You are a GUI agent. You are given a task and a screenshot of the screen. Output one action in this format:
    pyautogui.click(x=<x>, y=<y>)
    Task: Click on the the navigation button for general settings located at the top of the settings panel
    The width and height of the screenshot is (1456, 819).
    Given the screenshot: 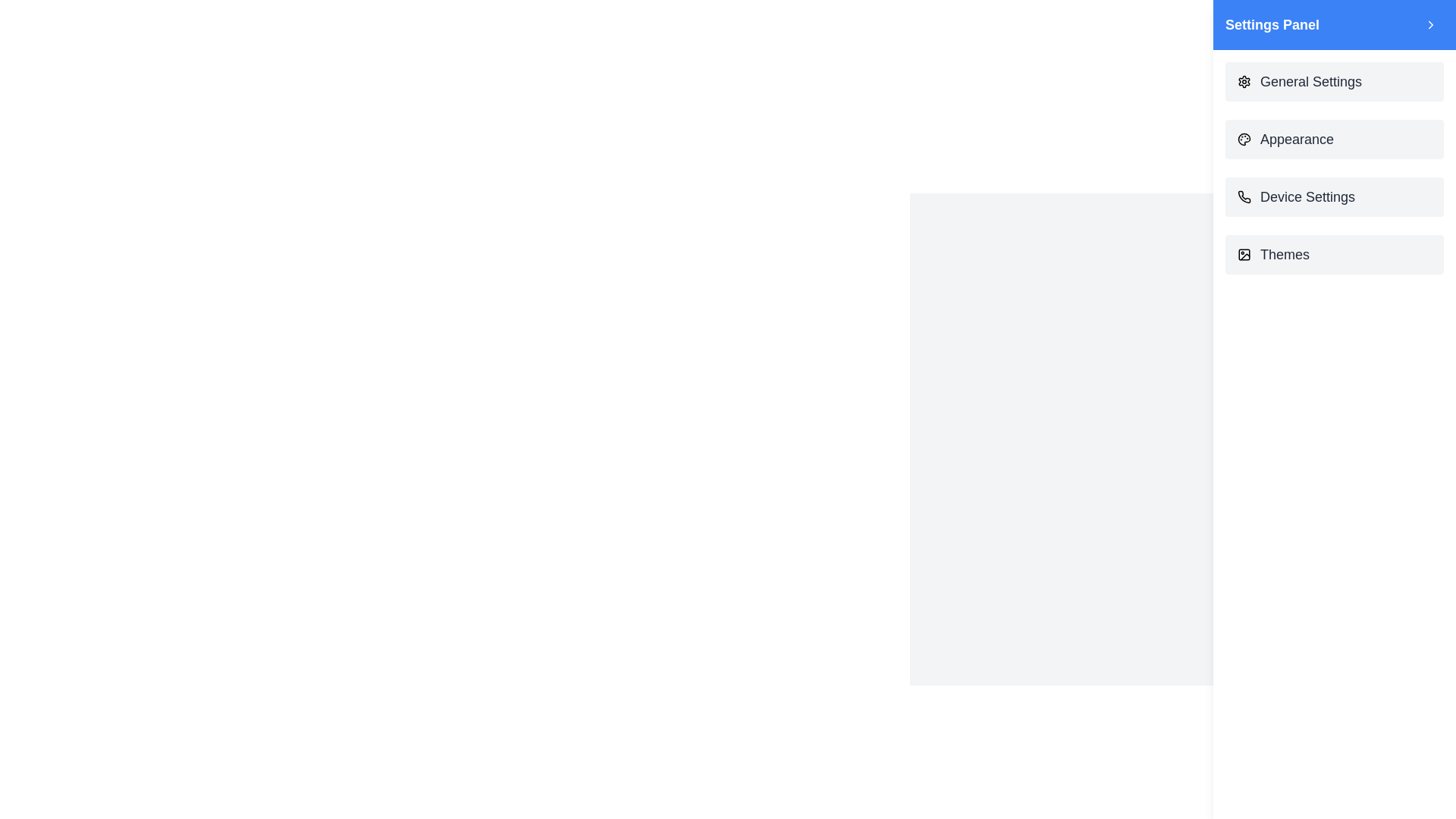 What is the action you would take?
    pyautogui.click(x=1335, y=82)
    